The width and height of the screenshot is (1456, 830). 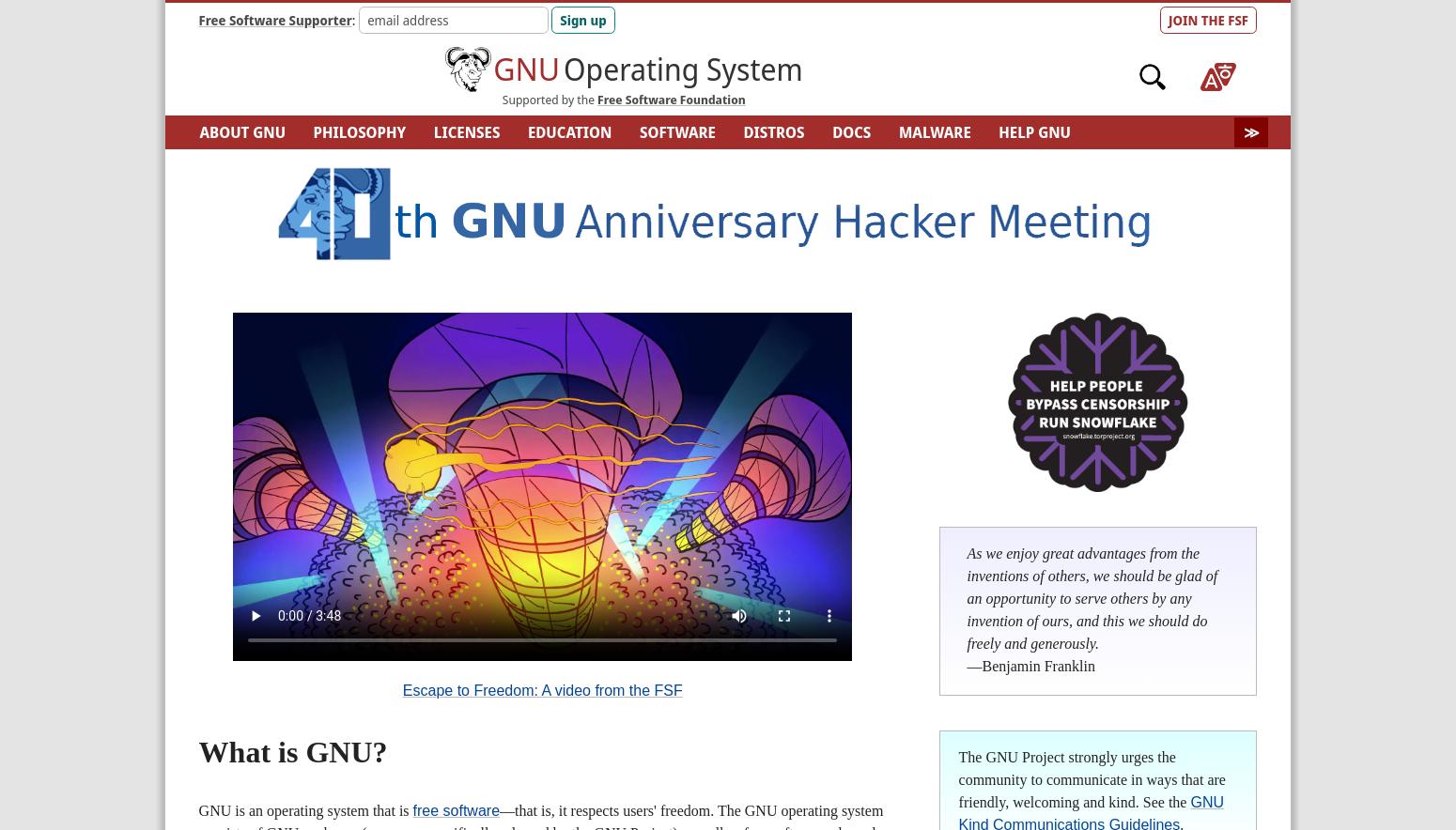 What do you see at coordinates (274, 19) in the screenshot?
I see `'Free Software Supporter'` at bounding box center [274, 19].